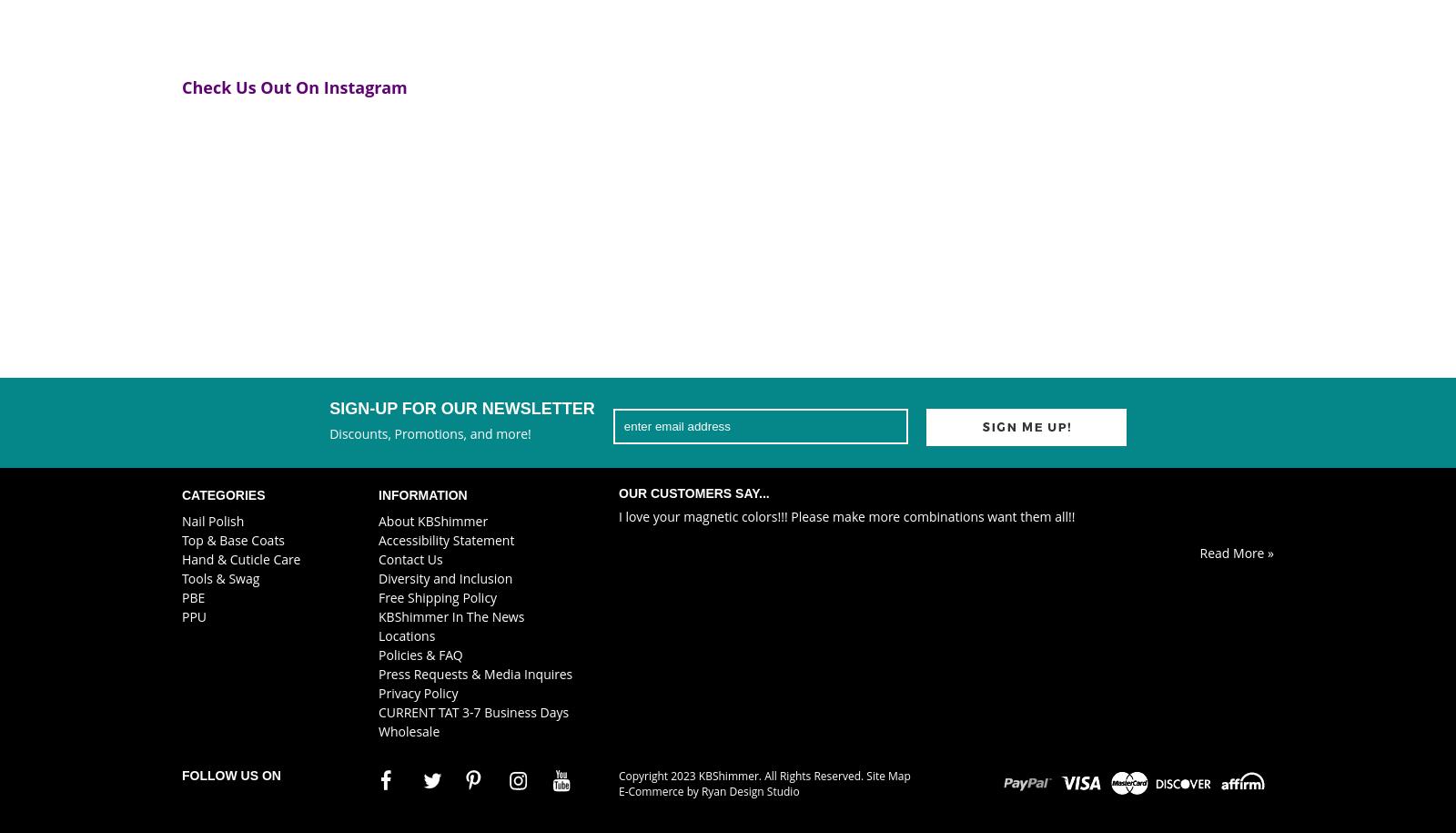  Describe the element at coordinates (619, 493) in the screenshot. I see `'Our Customers Say...'` at that location.